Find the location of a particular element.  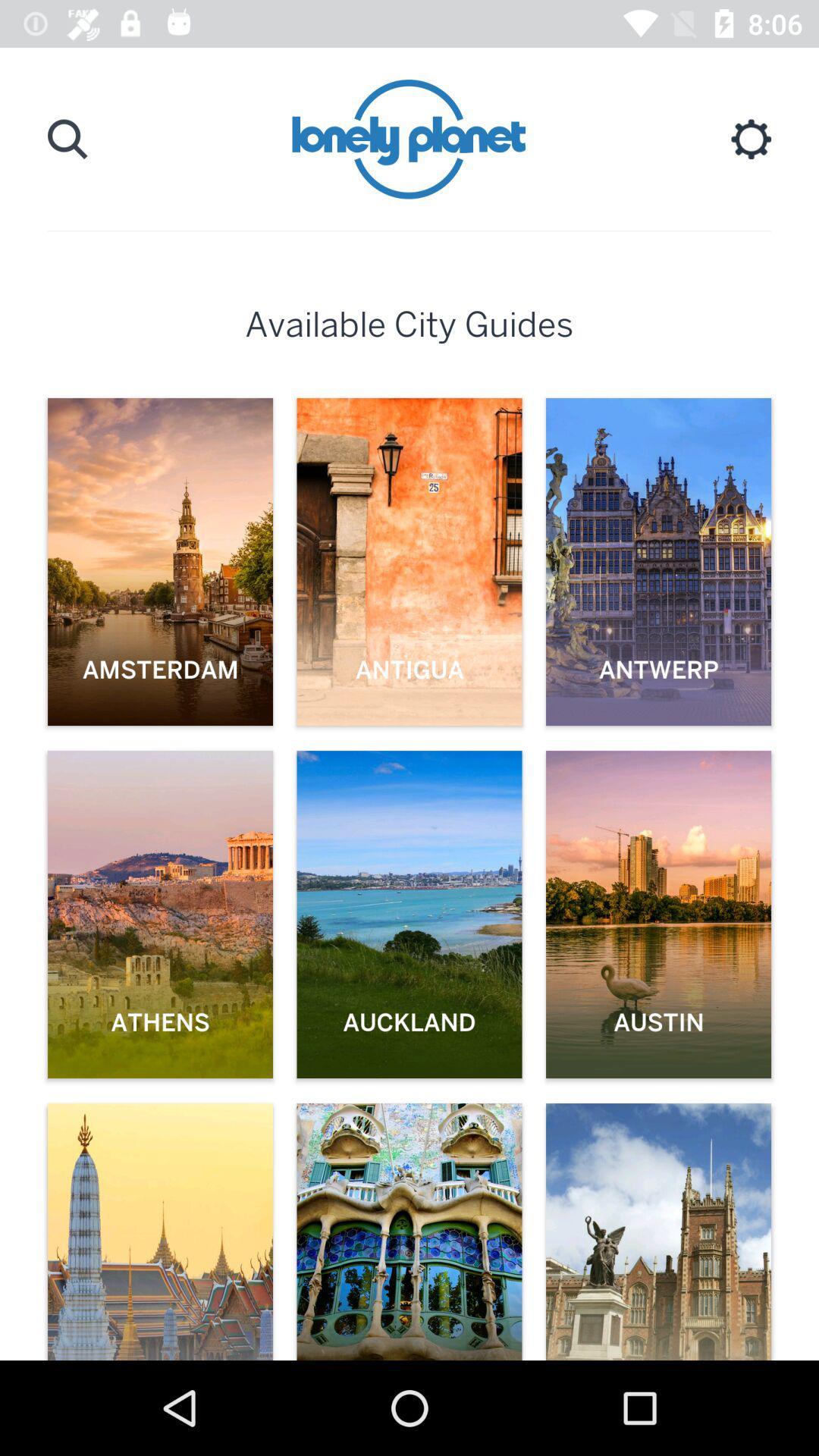

the icon at the top left corner is located at coordinates (67, 139).